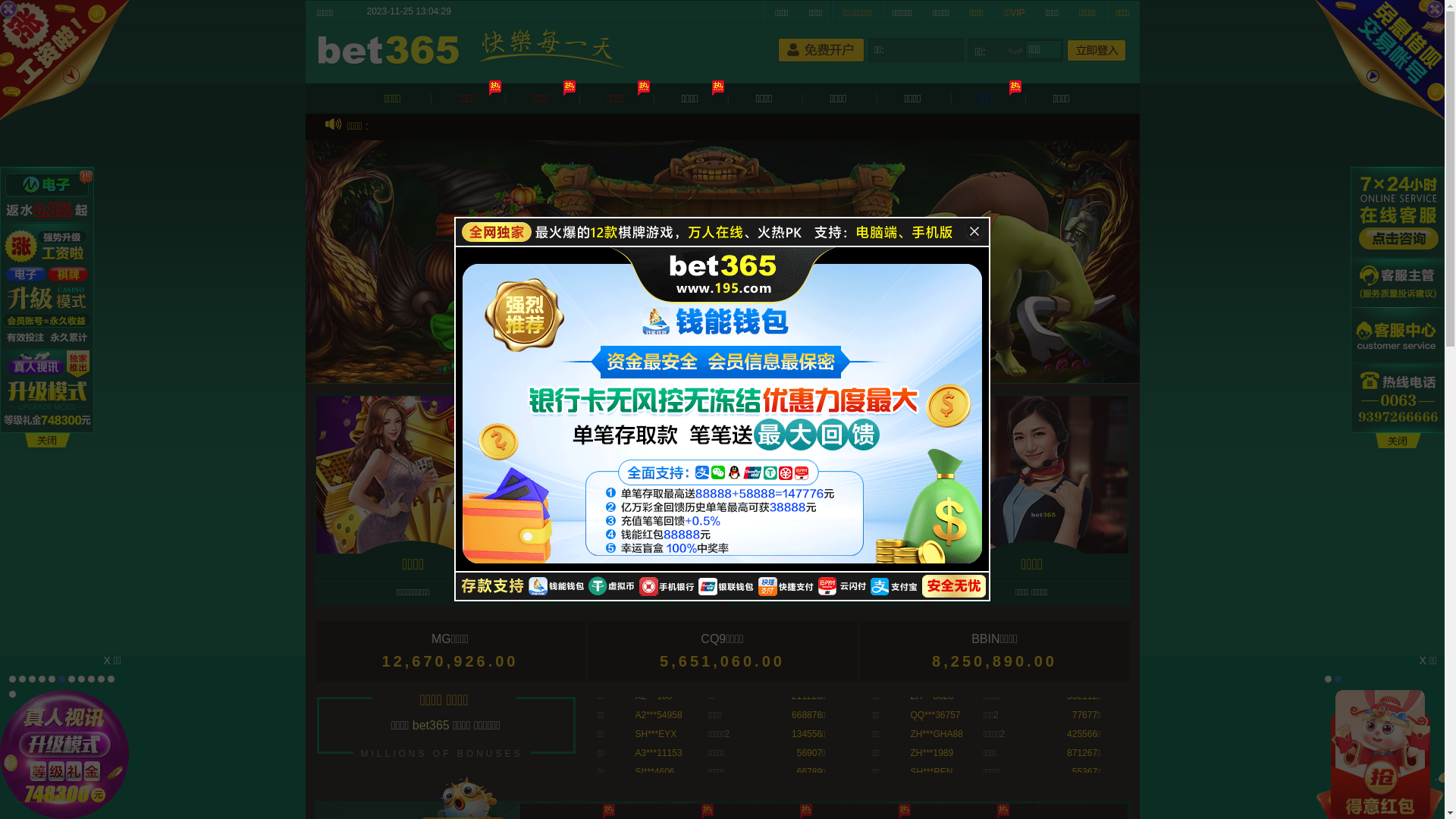 This screenshot has width=1456, height=819. Describe the element at coordinates (391, 51) in the screenshot. I see `'BET365'` at that location.